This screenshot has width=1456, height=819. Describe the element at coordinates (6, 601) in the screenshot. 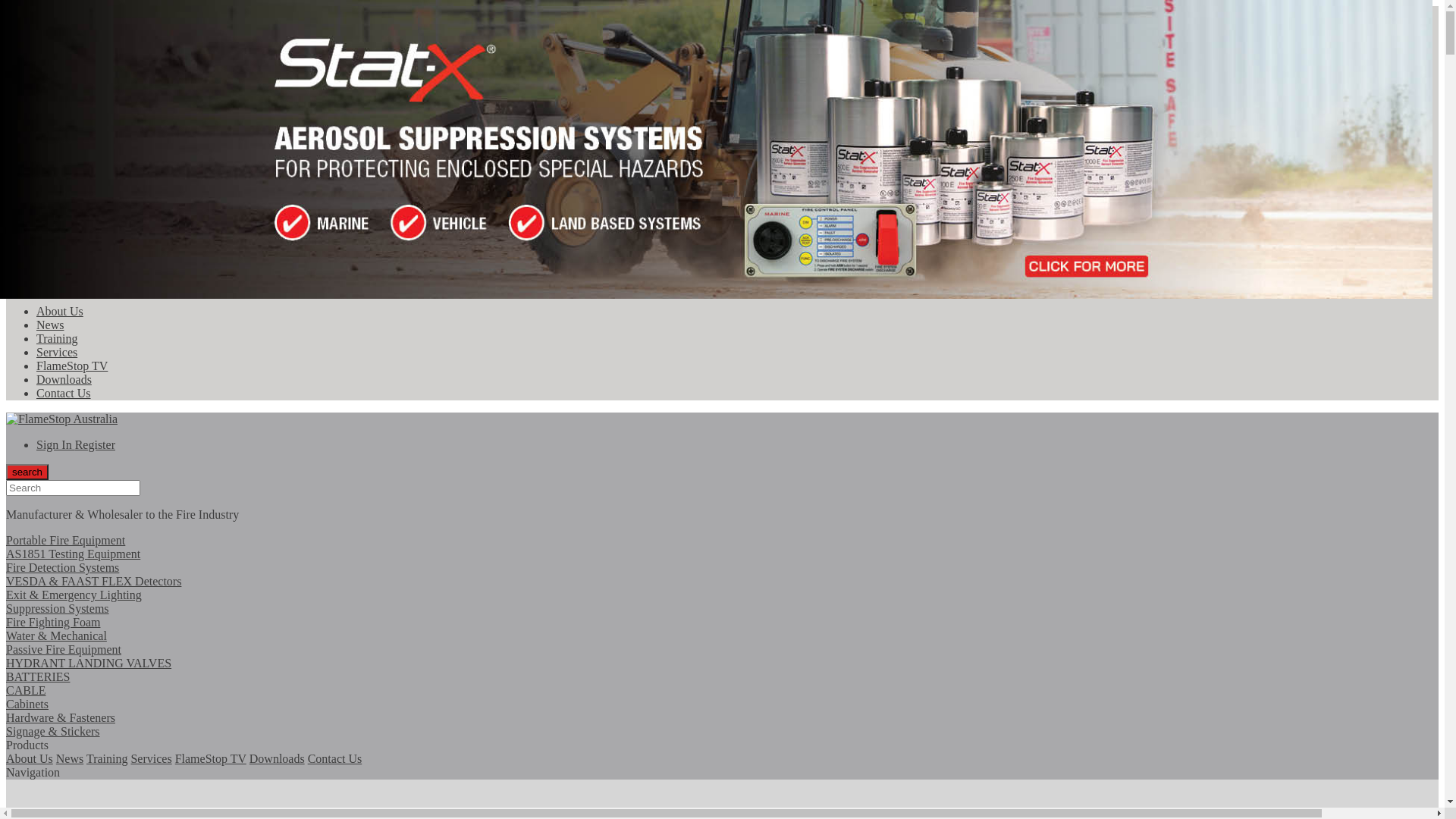

I see `'Exit & Emergency Lighting'` at that location.